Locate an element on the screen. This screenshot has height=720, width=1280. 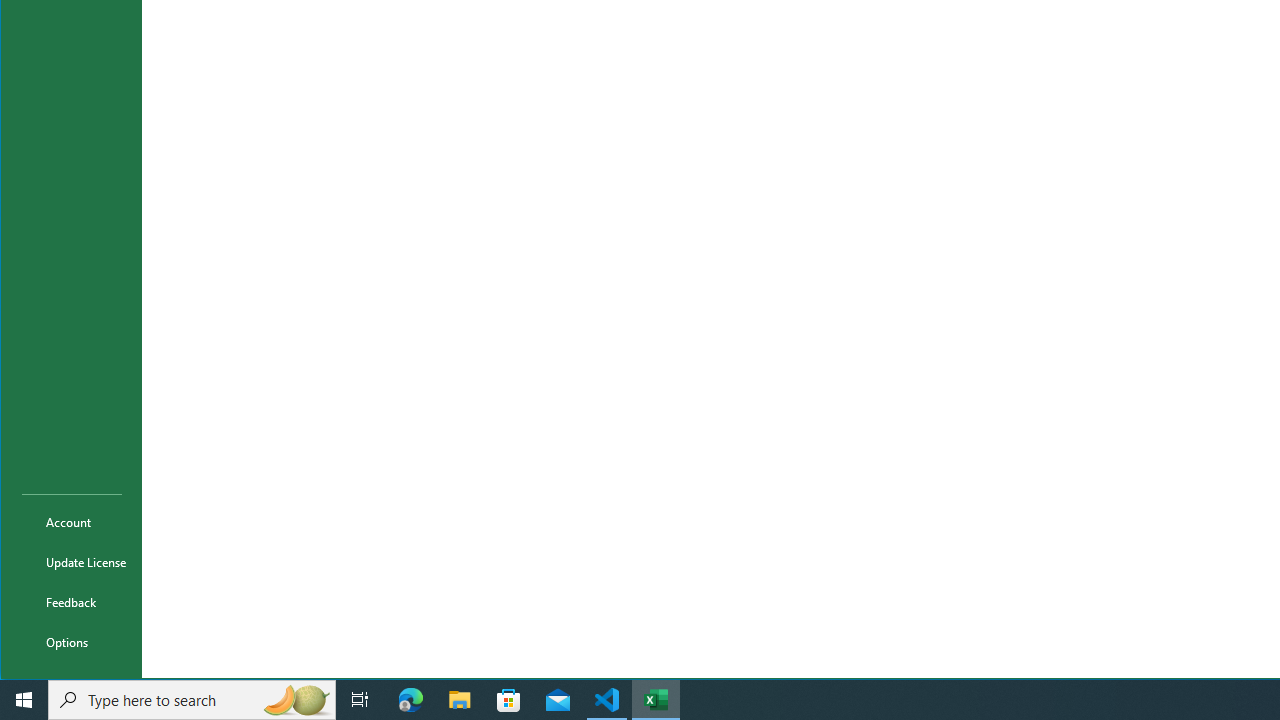
'File Explorer' is located at coordinates (459, 698).